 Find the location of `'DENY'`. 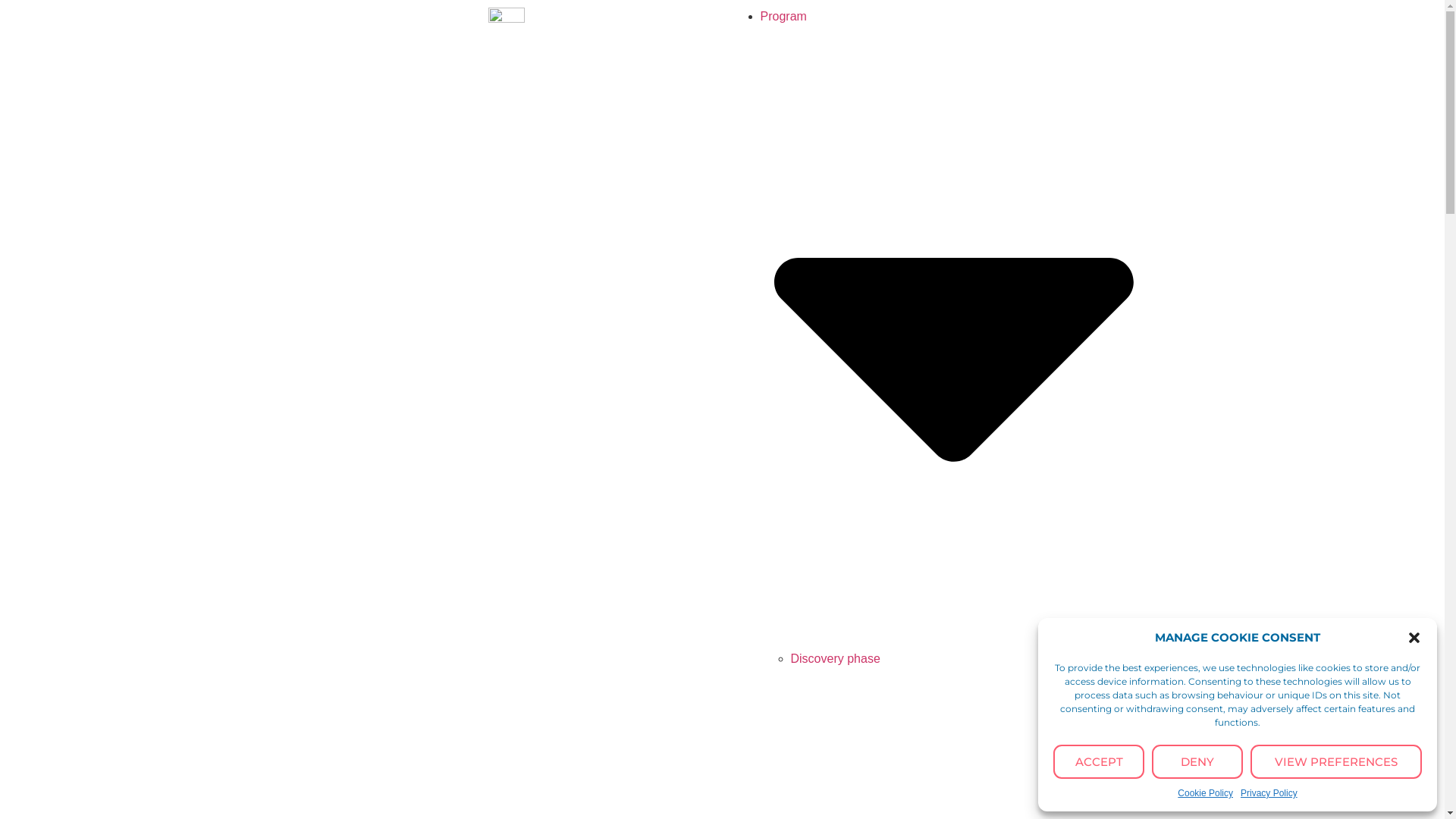

'DENY' is located at coordinates (1197, 761).